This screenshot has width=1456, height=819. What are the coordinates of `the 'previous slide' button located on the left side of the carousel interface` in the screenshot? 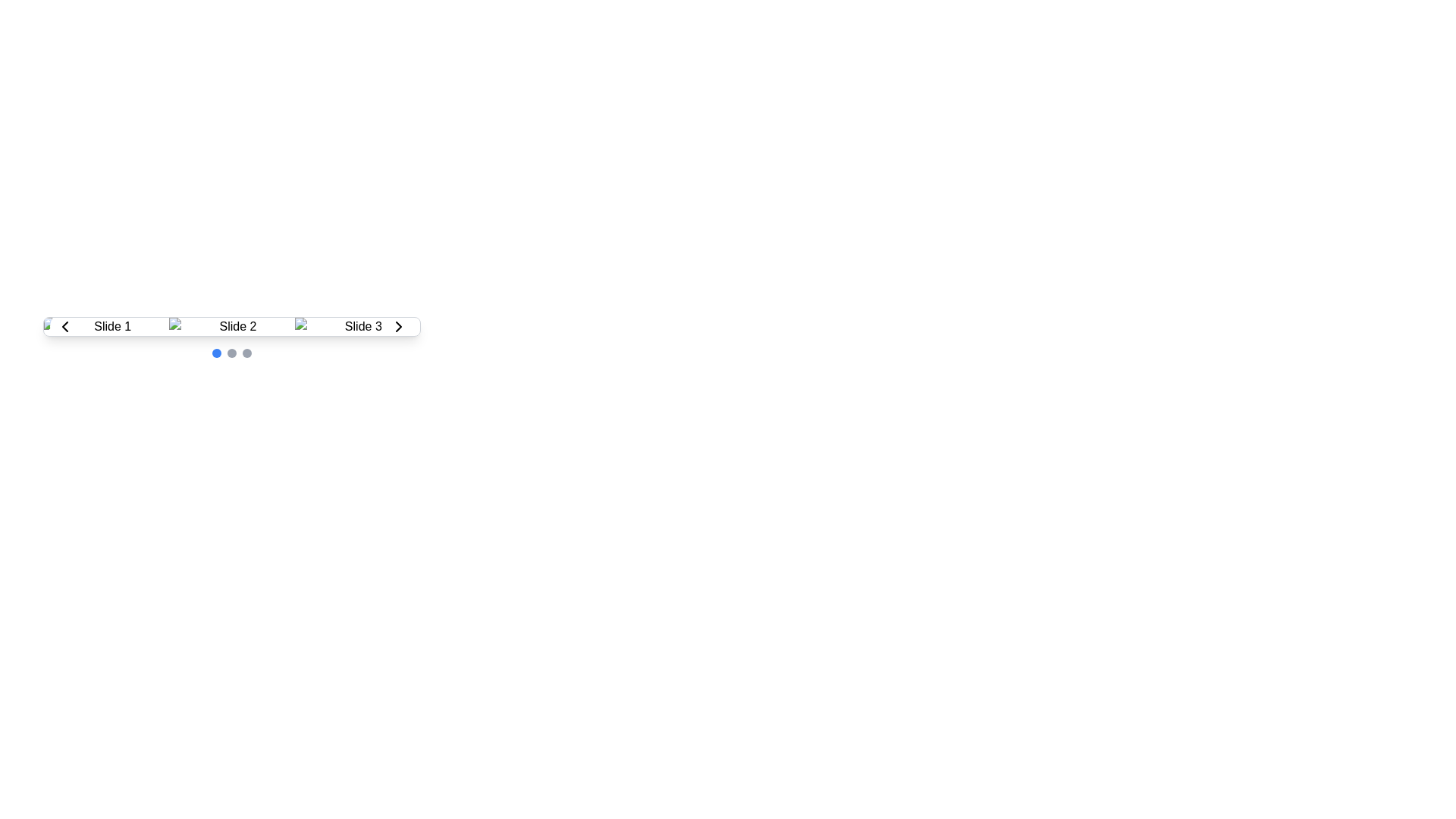 It's located at (64, 326).